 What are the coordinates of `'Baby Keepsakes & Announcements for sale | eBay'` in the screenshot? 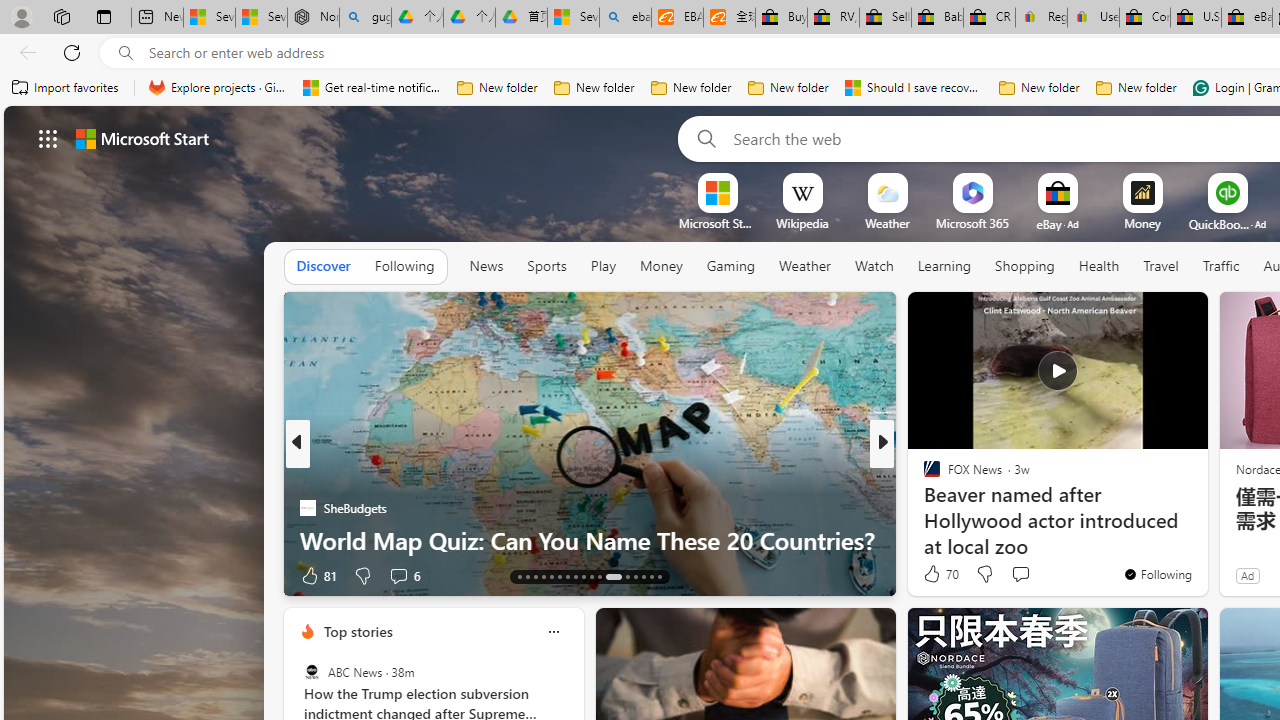 It's located at (935, 17).